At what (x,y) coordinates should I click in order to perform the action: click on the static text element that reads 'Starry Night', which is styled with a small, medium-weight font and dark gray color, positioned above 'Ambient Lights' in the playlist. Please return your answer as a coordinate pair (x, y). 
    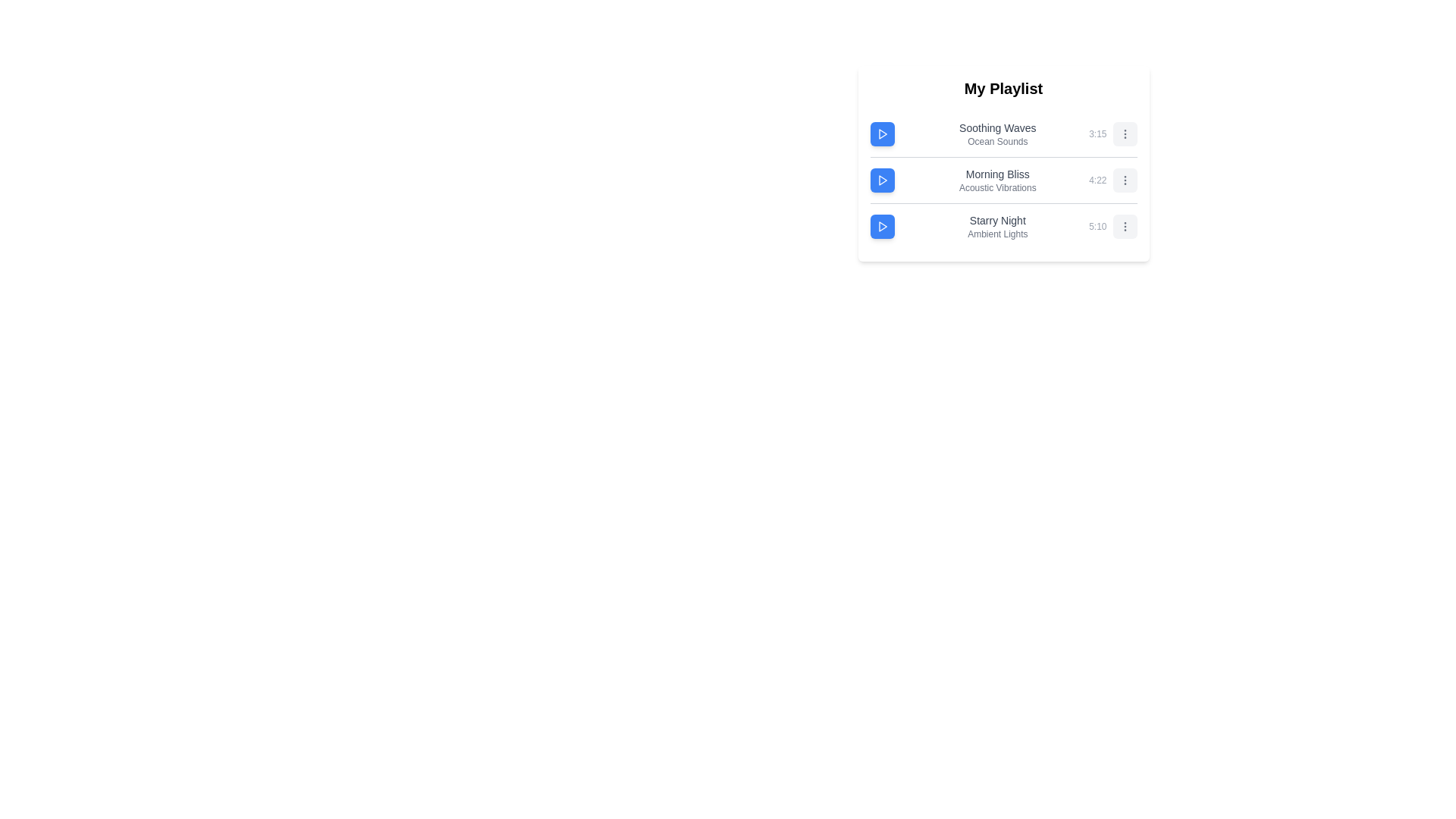
    Looking at the image, I should click on (997, 220).